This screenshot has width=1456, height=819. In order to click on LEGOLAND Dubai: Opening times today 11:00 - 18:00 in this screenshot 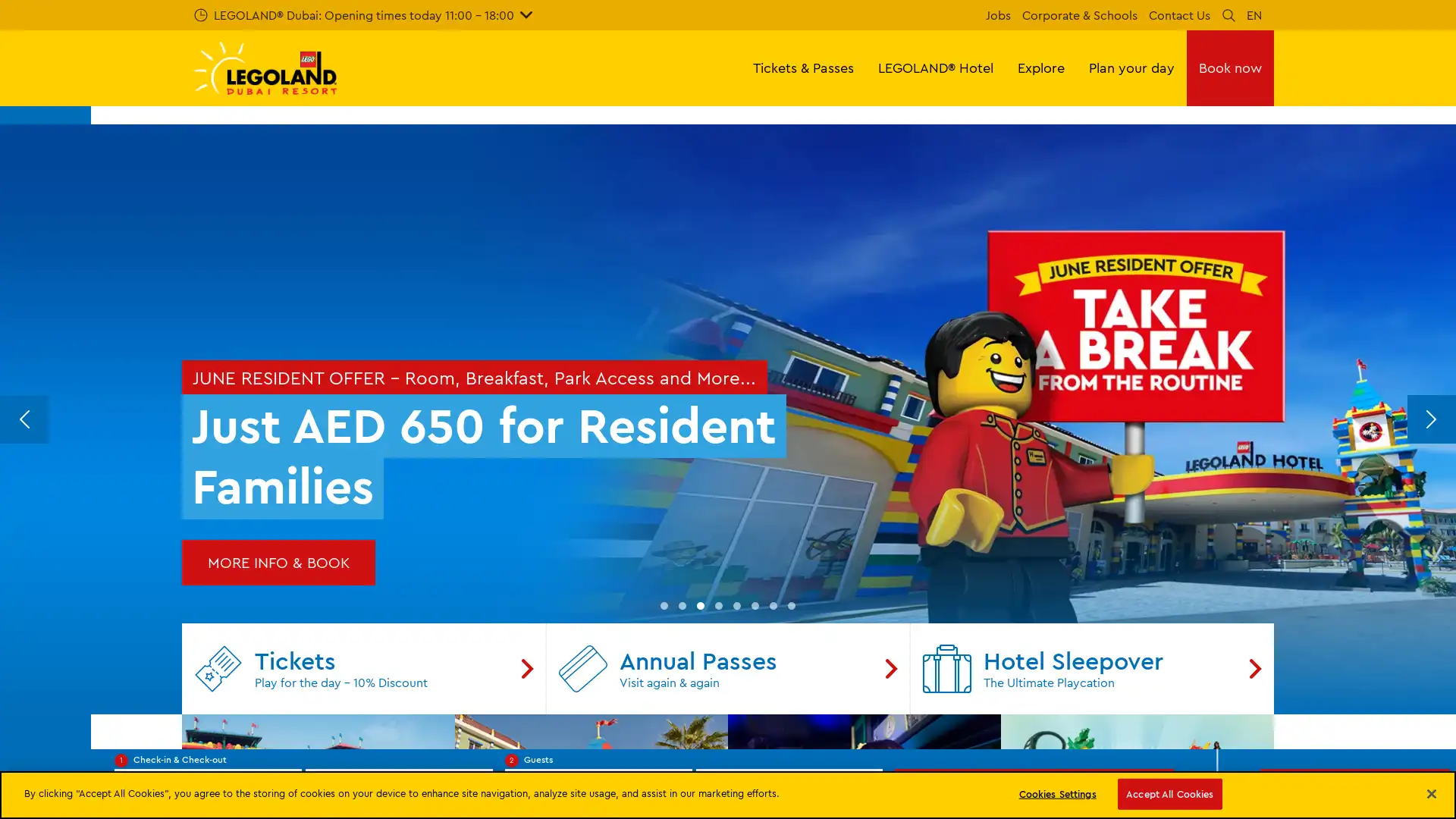, I will do `click(362, 14)`.